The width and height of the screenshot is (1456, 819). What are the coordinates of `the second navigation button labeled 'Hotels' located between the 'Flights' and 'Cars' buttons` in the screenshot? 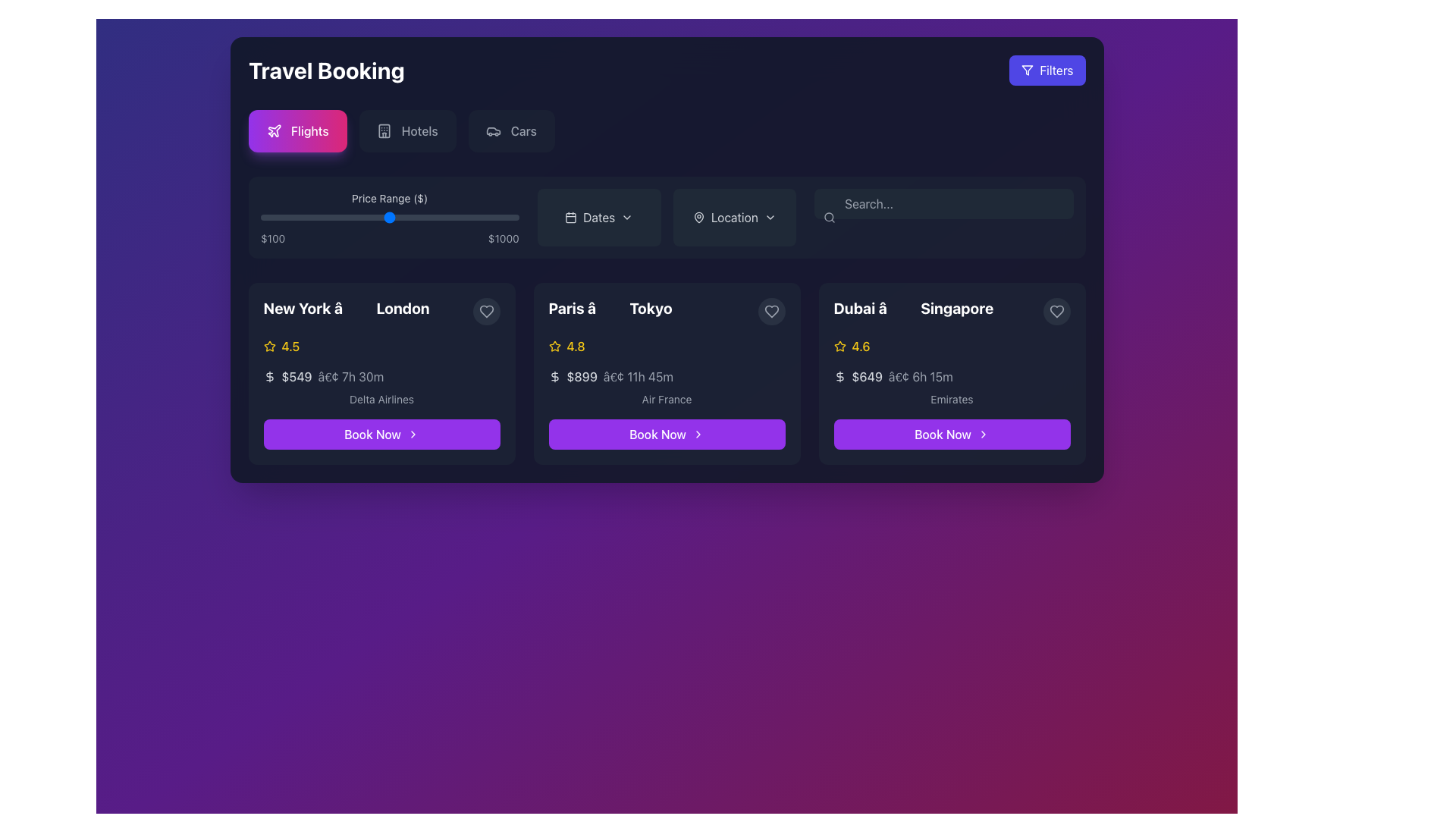 It's located at (407, 130).